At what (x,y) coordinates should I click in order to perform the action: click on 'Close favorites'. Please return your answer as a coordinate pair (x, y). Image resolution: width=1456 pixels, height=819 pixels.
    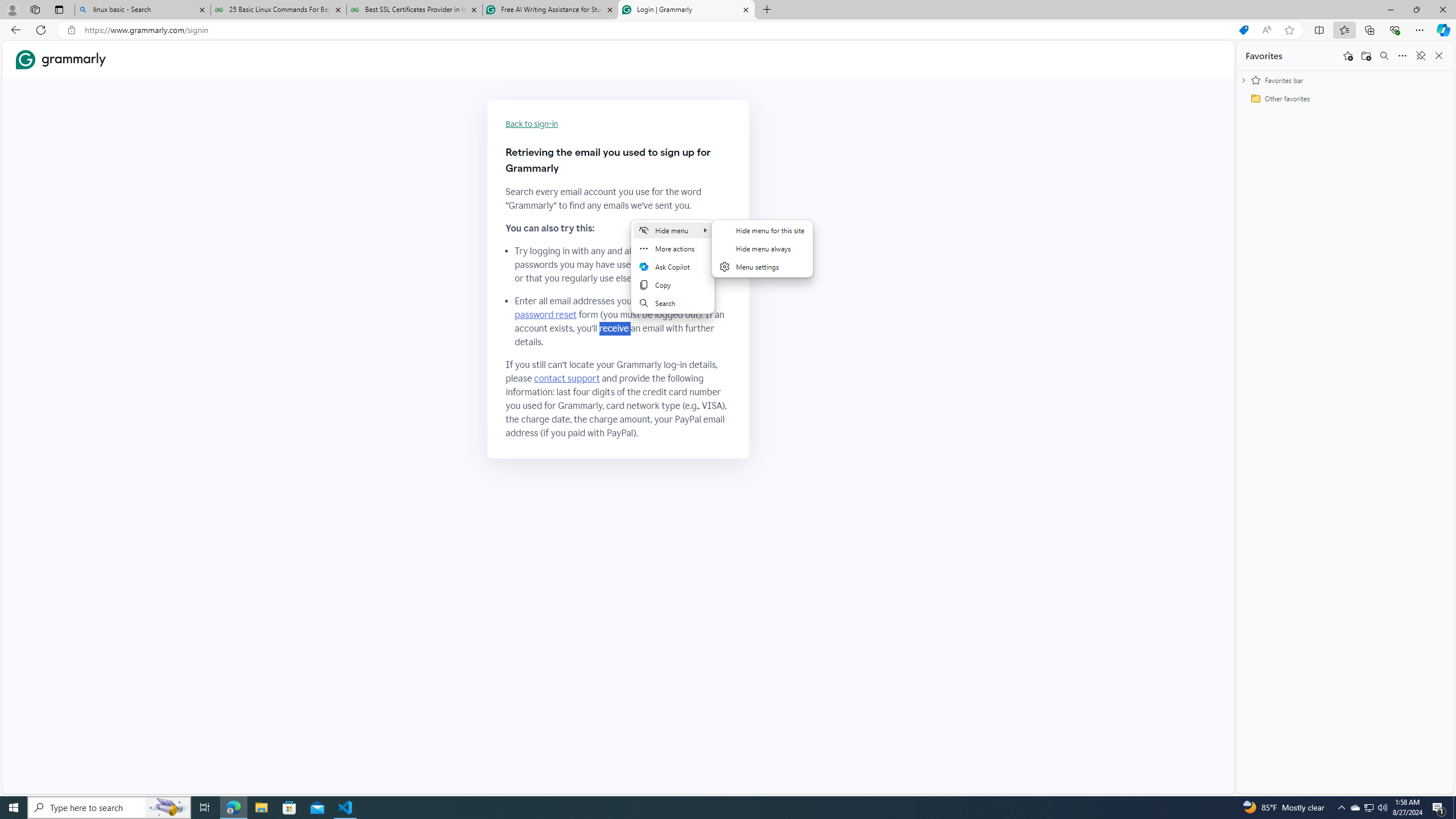
    Looking at the image, I should click on (1439, 55).